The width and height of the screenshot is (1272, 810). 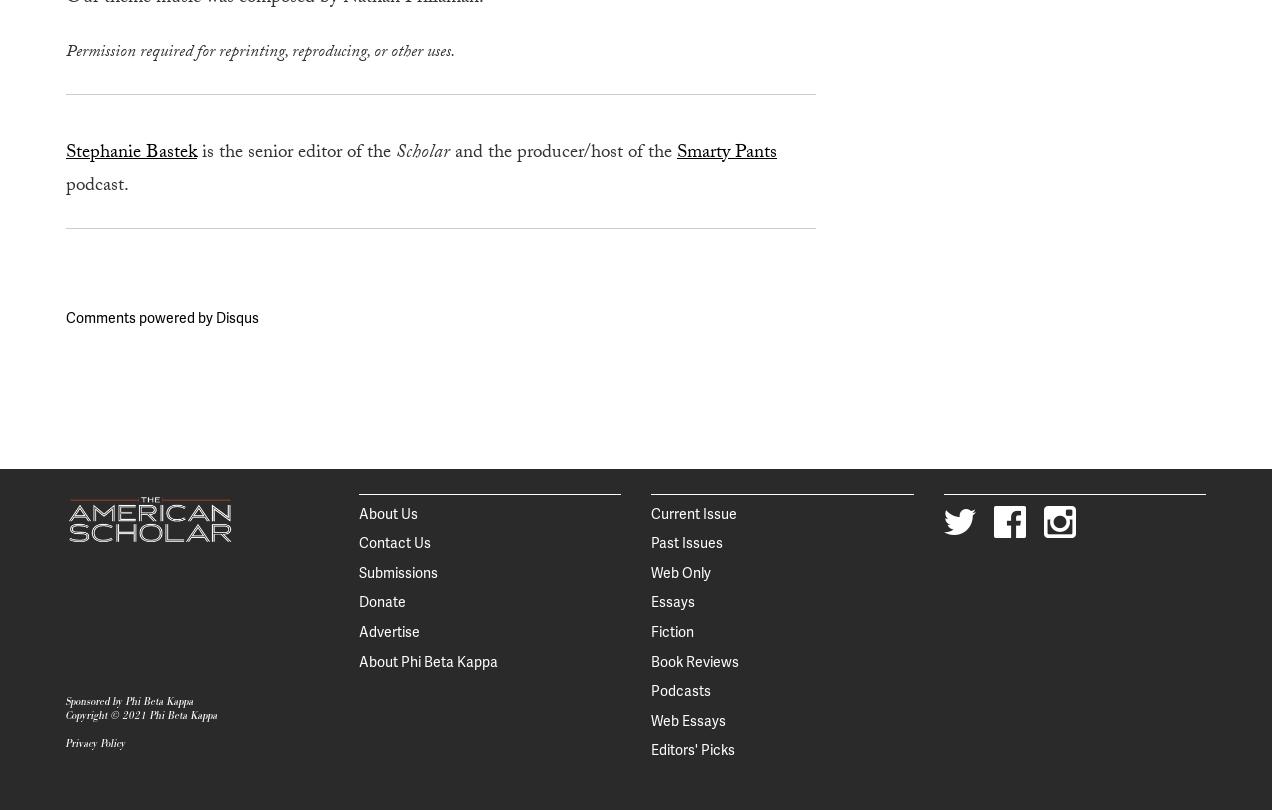 I want to click on 'Web Only', so click(x=680, y=572).